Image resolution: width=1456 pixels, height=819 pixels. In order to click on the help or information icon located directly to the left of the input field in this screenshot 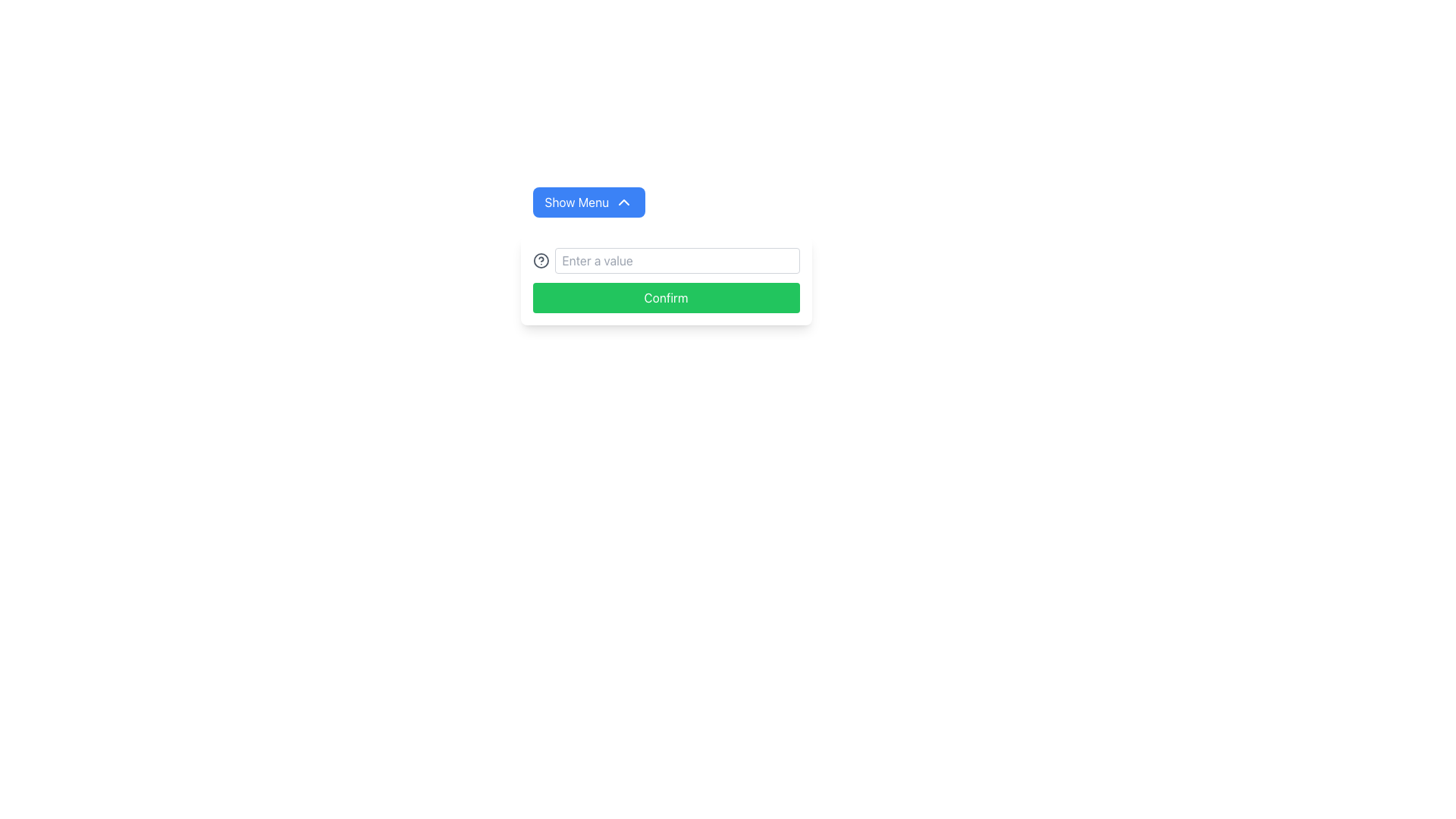, I will do `click(541, 259)`.